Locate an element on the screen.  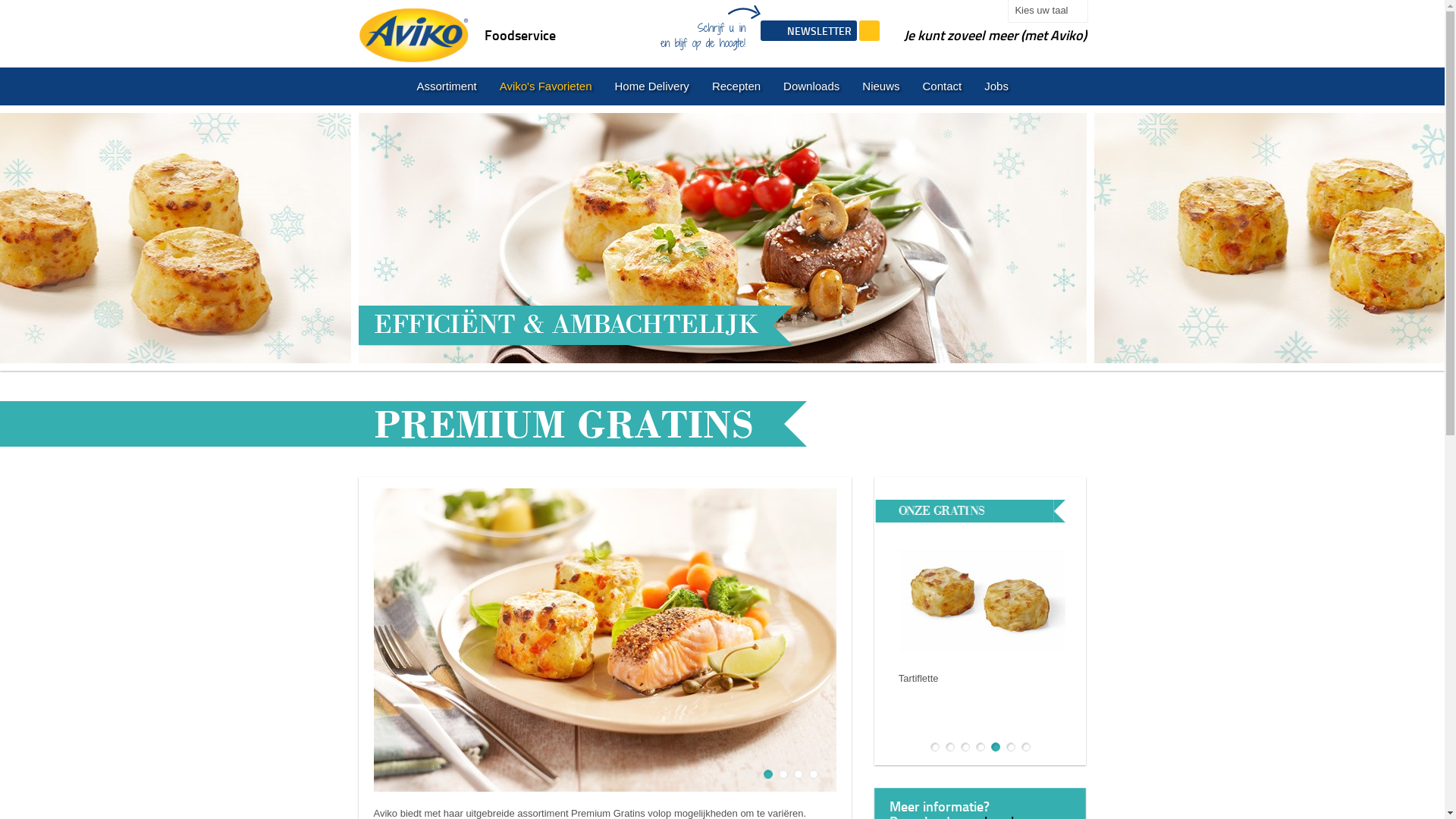
'6' is located at coordinates (1006, 745).